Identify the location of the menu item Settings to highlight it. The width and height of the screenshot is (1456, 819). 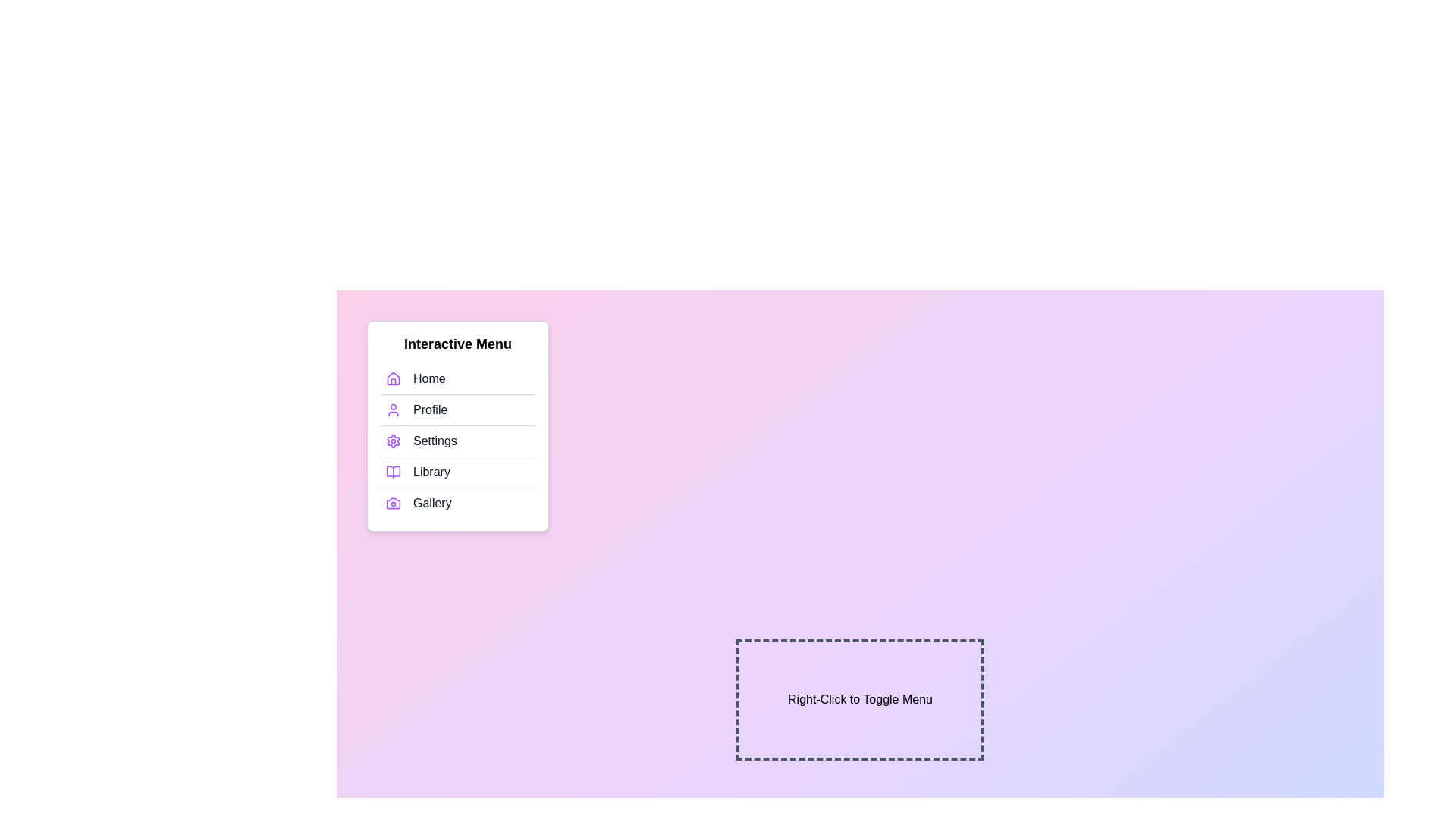
(457, 441).